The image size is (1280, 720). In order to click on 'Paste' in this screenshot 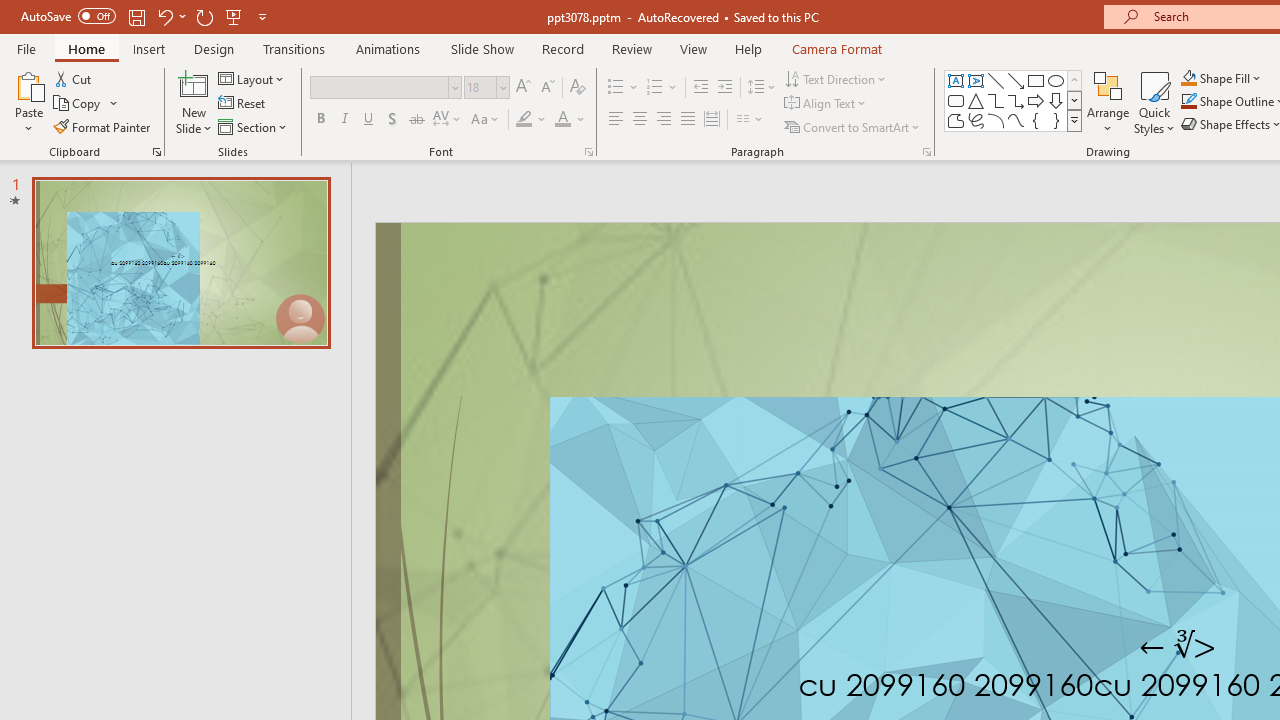, I will do `click(28, 84)`.